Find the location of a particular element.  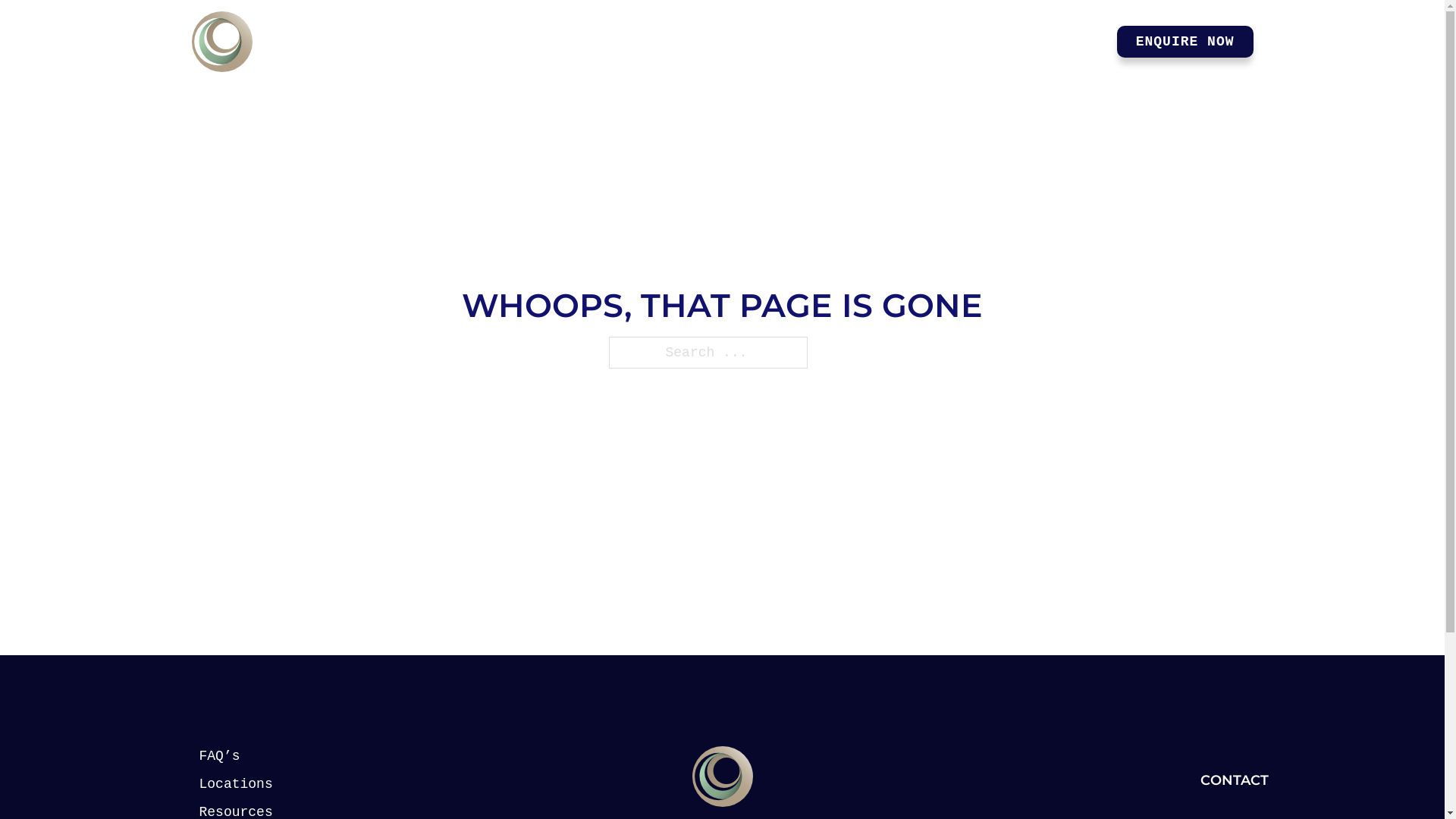

'ENQUIRE NOW' is located at coordinates (1185, 40).